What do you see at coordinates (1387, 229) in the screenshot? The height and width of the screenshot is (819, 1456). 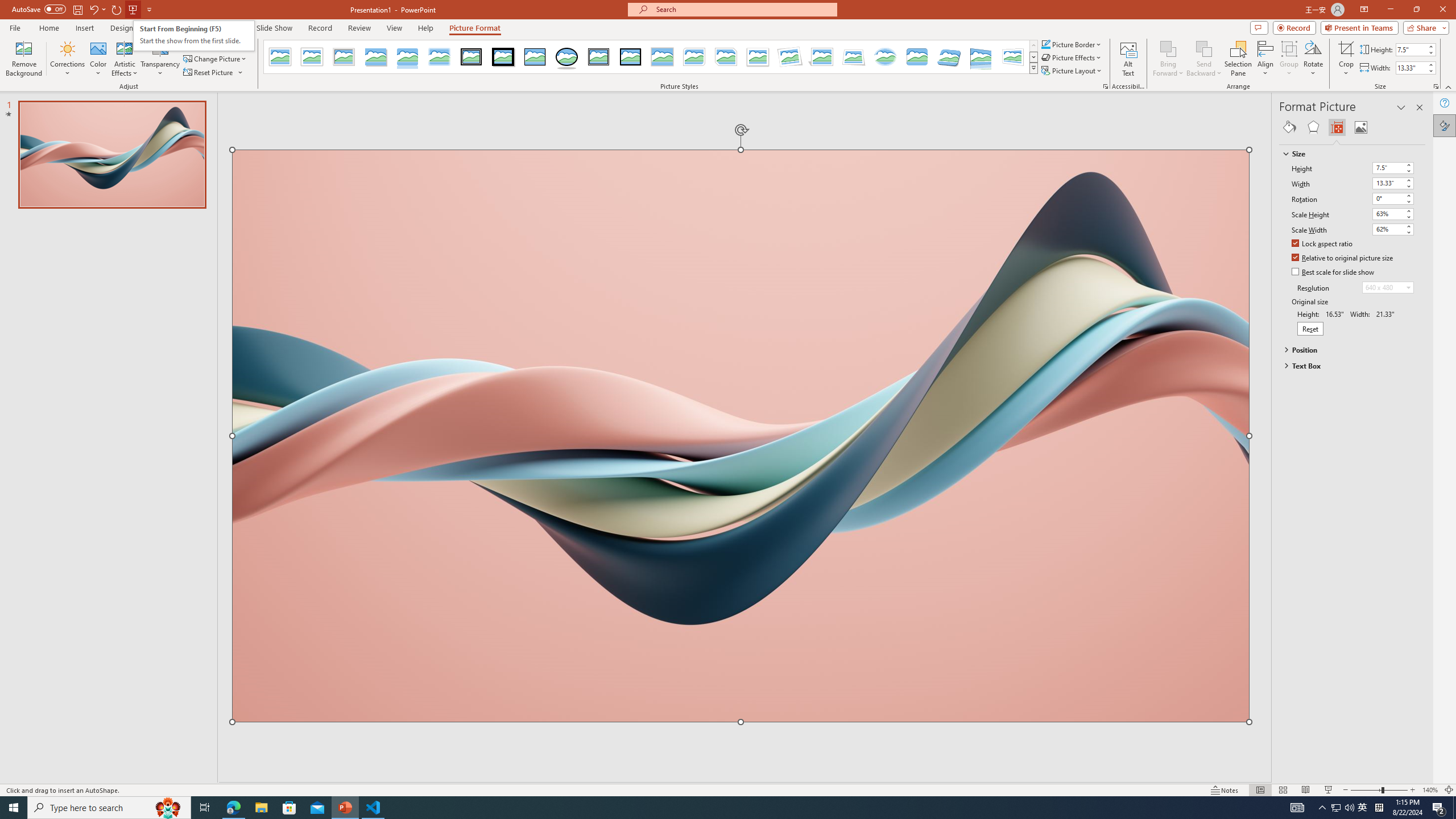 I see `'Scale Width'` at bounding box center [1387, 229].